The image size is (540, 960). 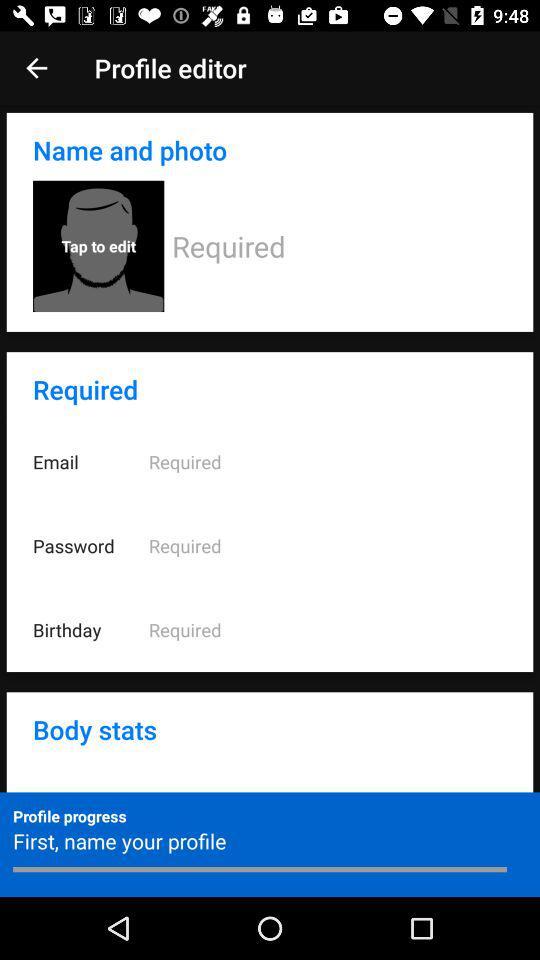 I want to click on the email option in the required field, so click(x=270, y=461).